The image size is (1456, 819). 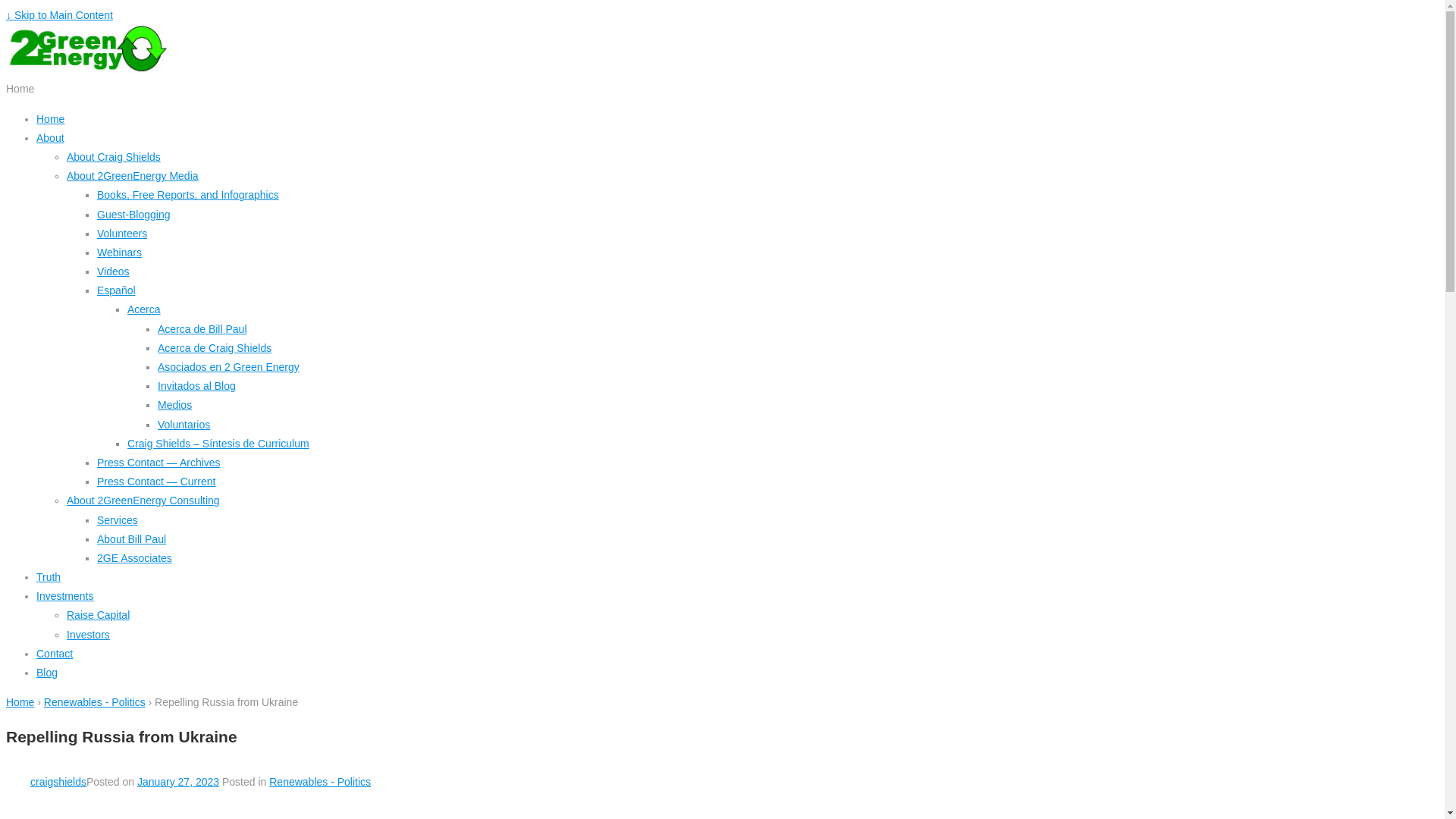 I want to click on 'Investors', so click(x=87, y=635).